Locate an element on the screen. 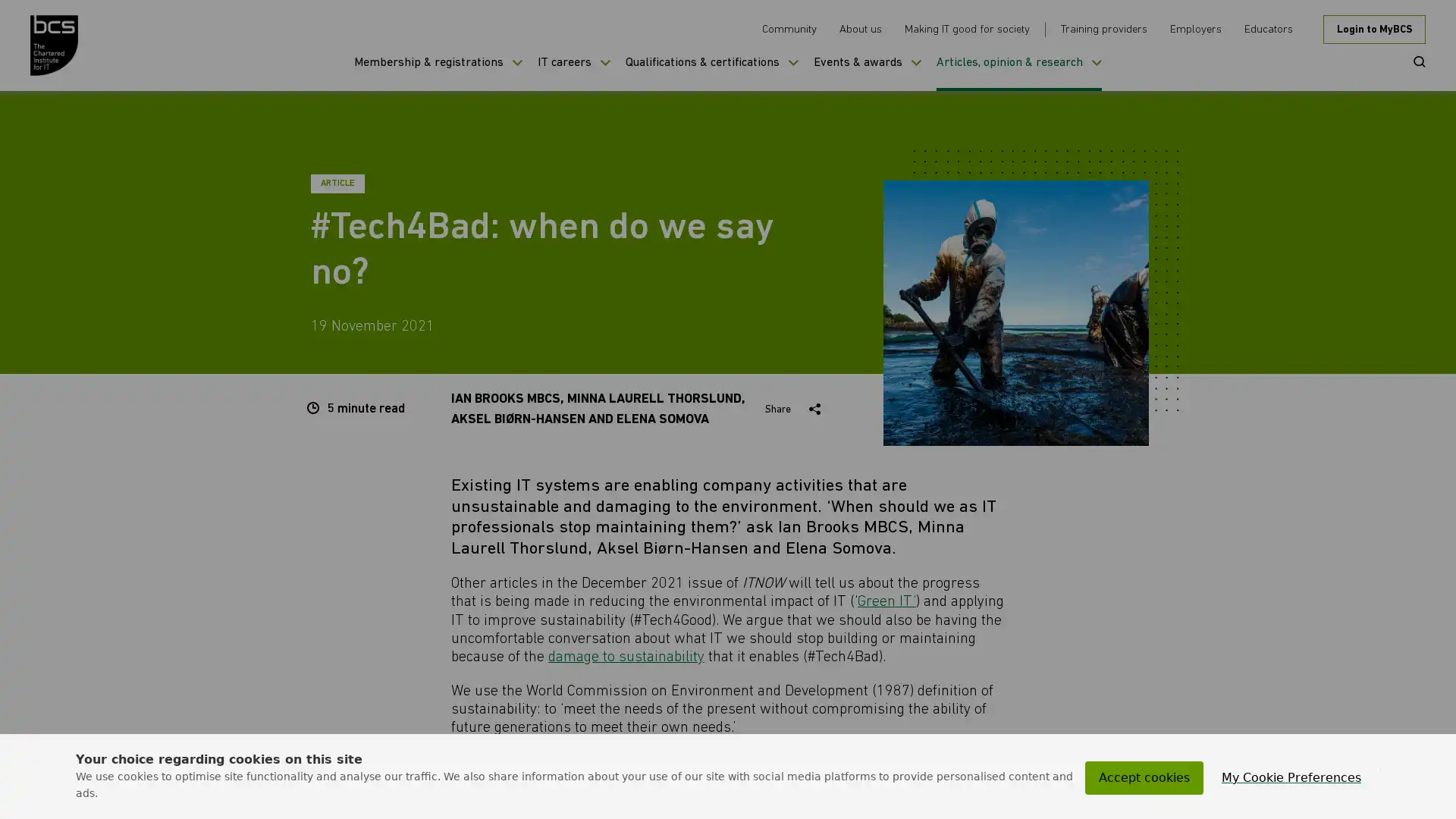  Open Search is located at coordinates (1414, 61).